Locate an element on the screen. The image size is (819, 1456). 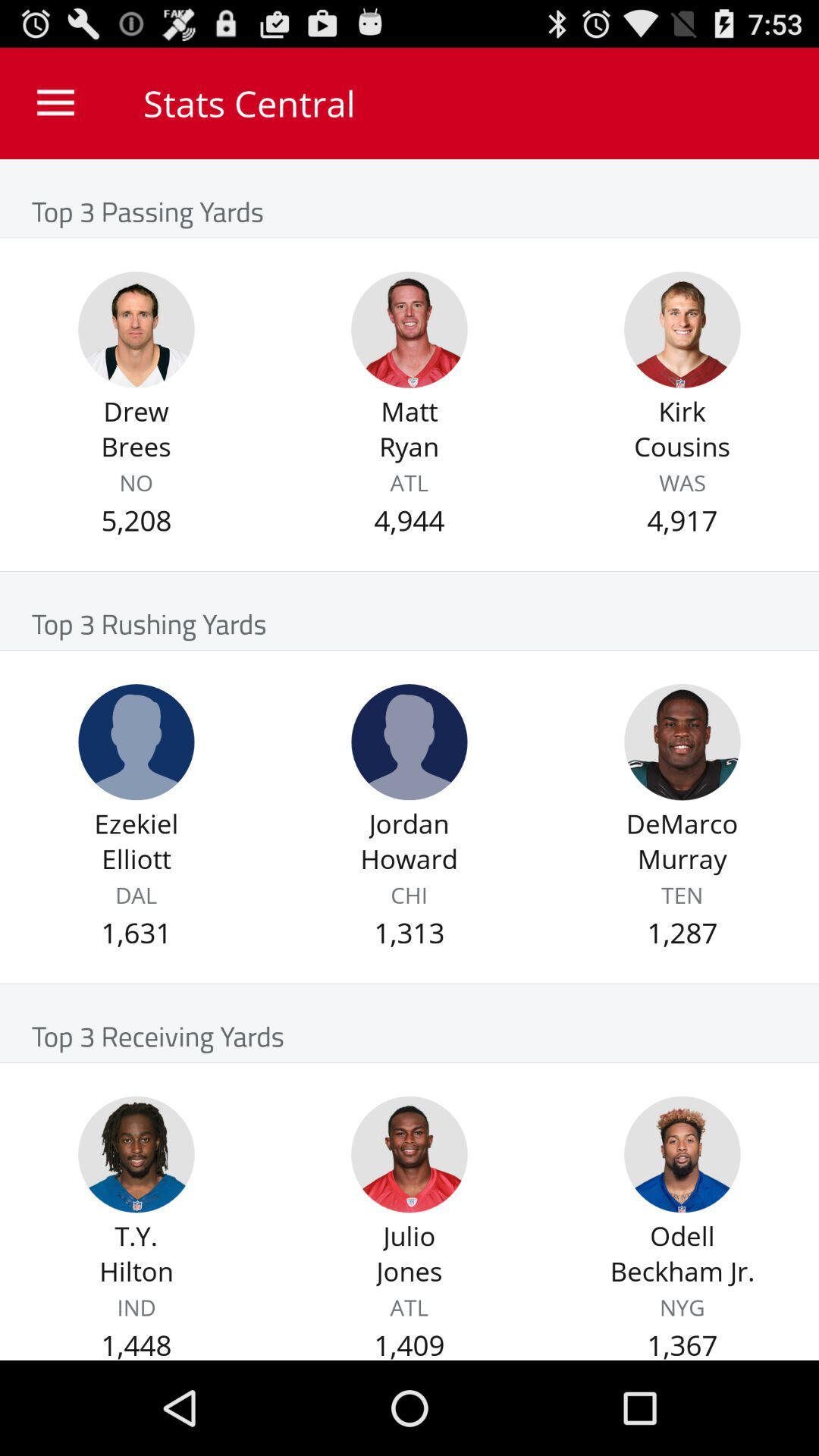
player profile is located at coordinates (409, 742).